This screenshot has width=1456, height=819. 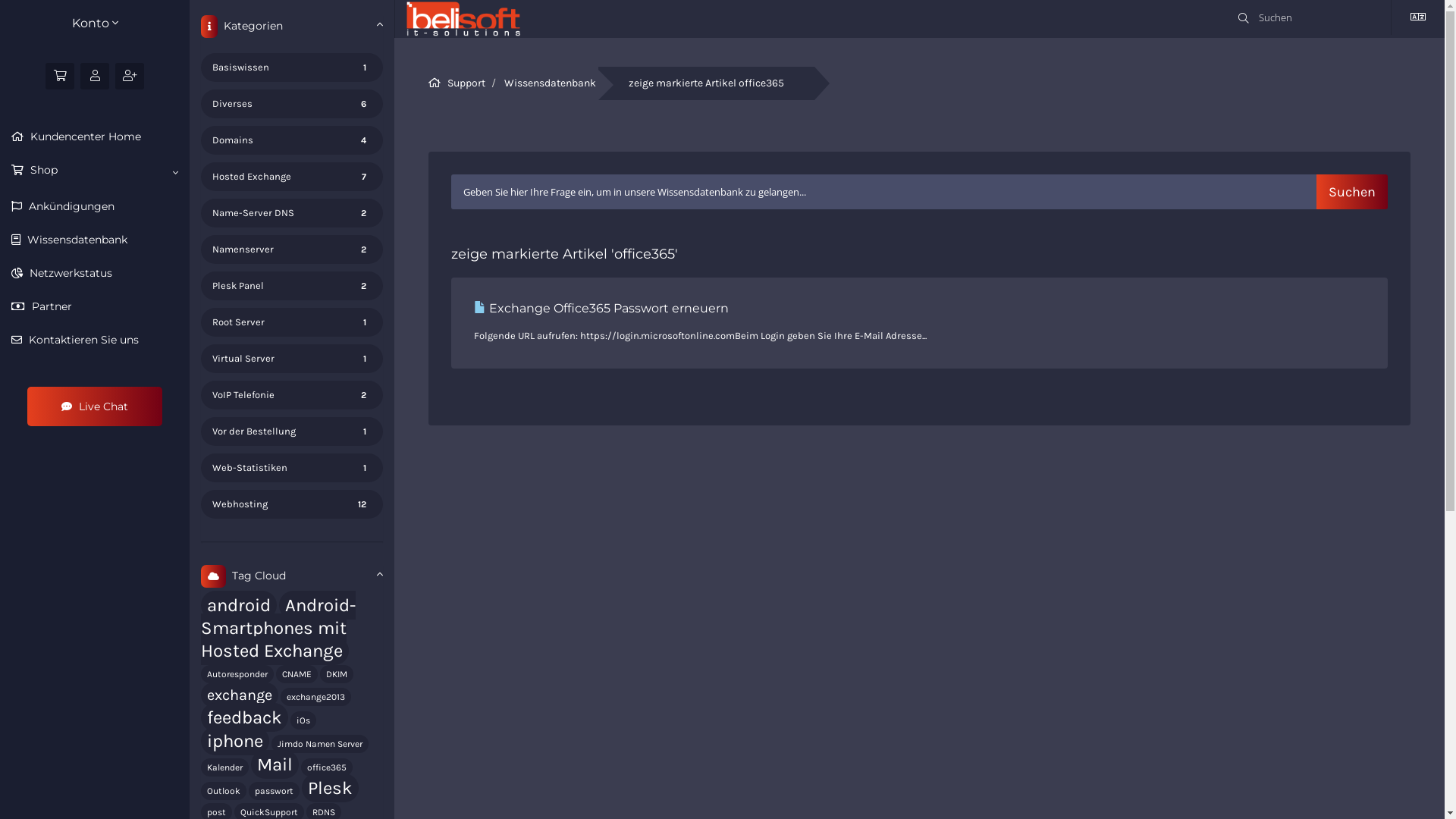 What do you see at coordinates (199, 140) in the screenshot?
I see `'4` at bounding box center [199, 140].